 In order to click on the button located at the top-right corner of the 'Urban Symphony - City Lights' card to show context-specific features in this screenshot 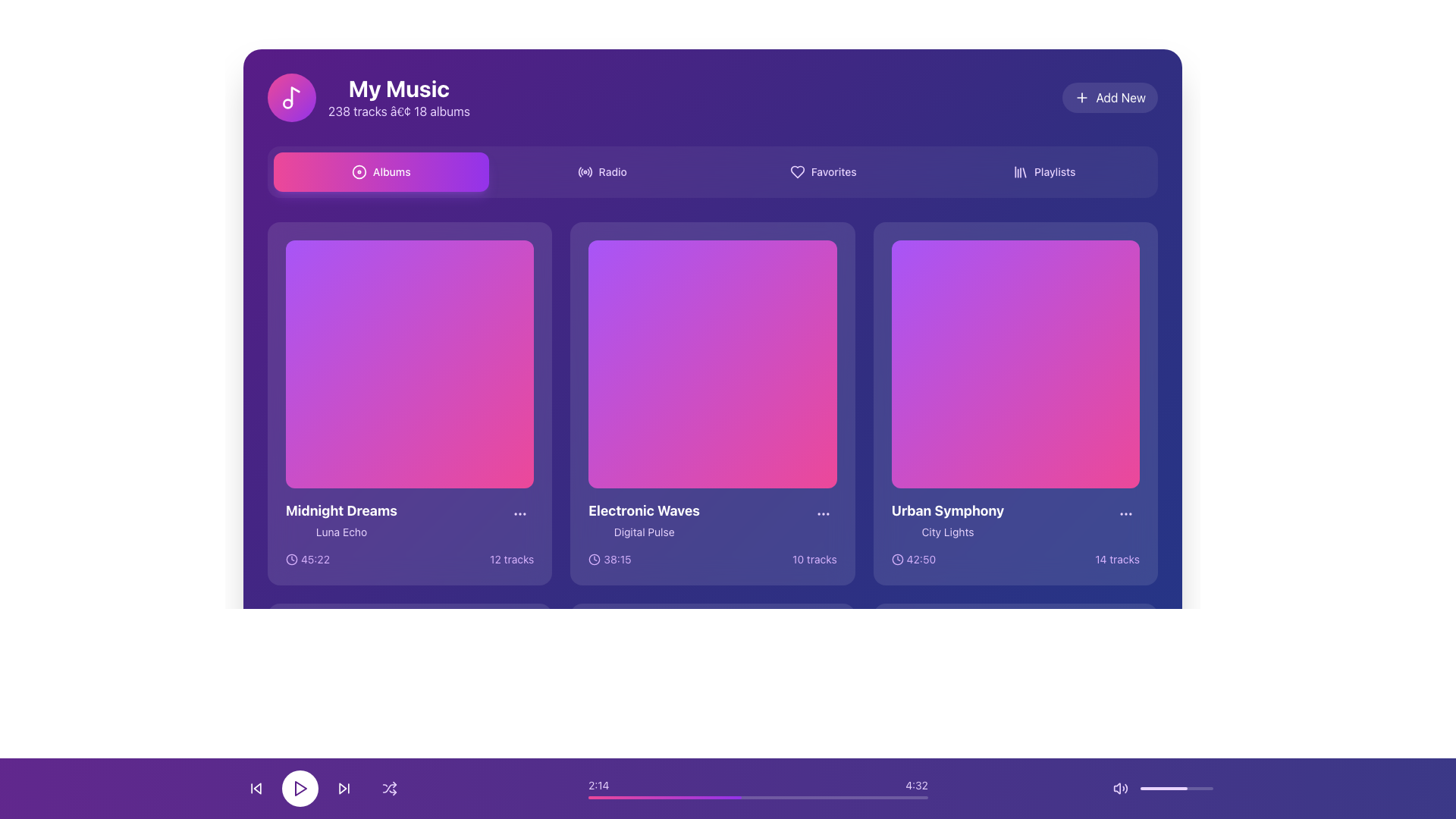, I will do `click(1125, 513)`.